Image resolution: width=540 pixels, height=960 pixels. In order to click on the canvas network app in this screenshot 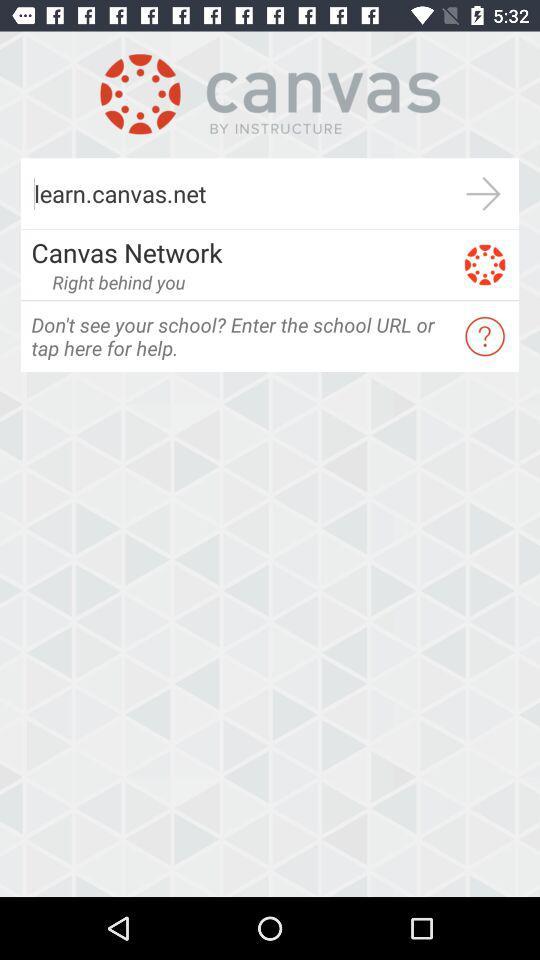, I will do `click(241, 251)`.